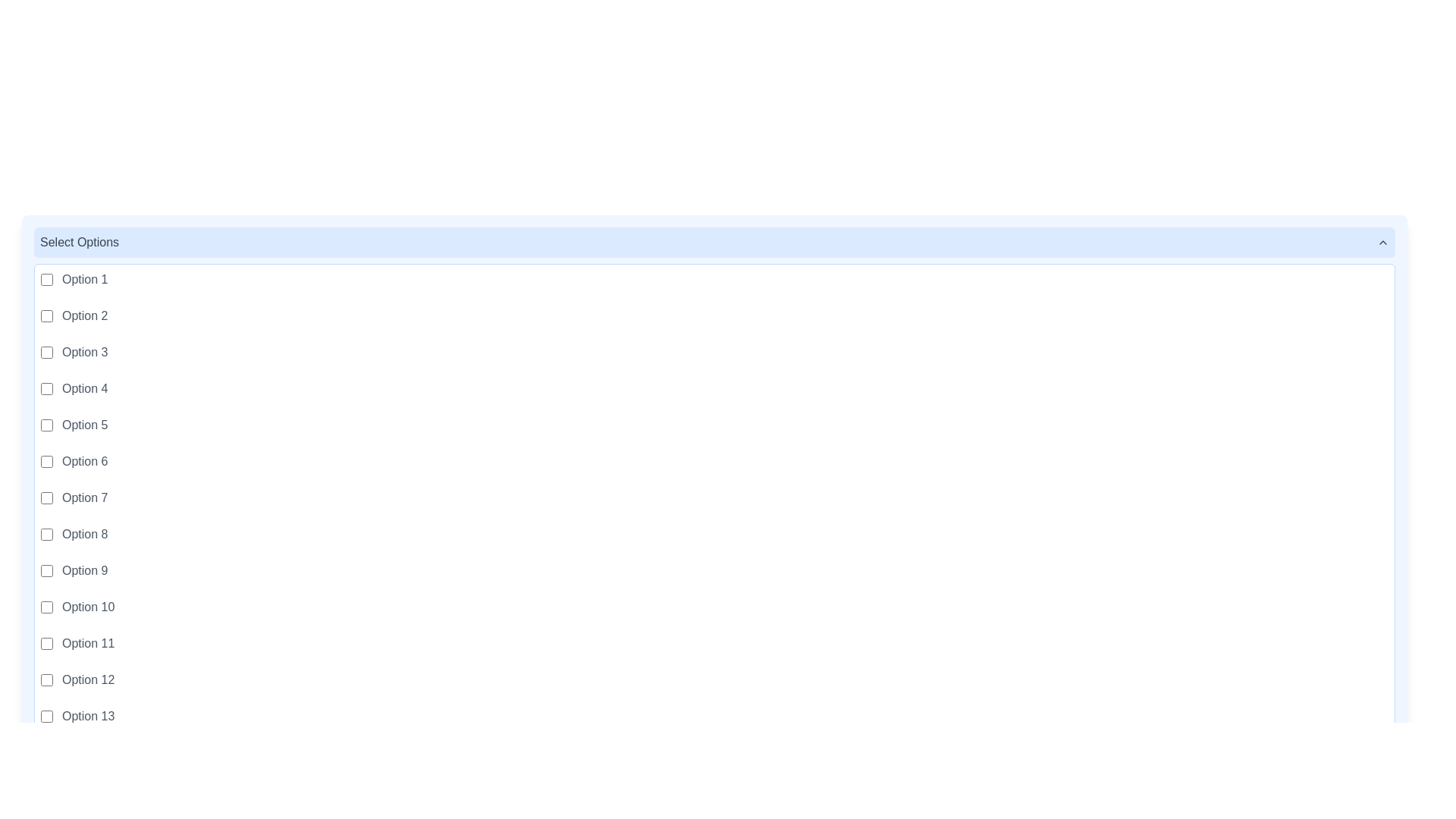 This screenshot has width=1456, height=819. I want to click on the unselected checkbox labeled 'Option 8', so click(47, 534).